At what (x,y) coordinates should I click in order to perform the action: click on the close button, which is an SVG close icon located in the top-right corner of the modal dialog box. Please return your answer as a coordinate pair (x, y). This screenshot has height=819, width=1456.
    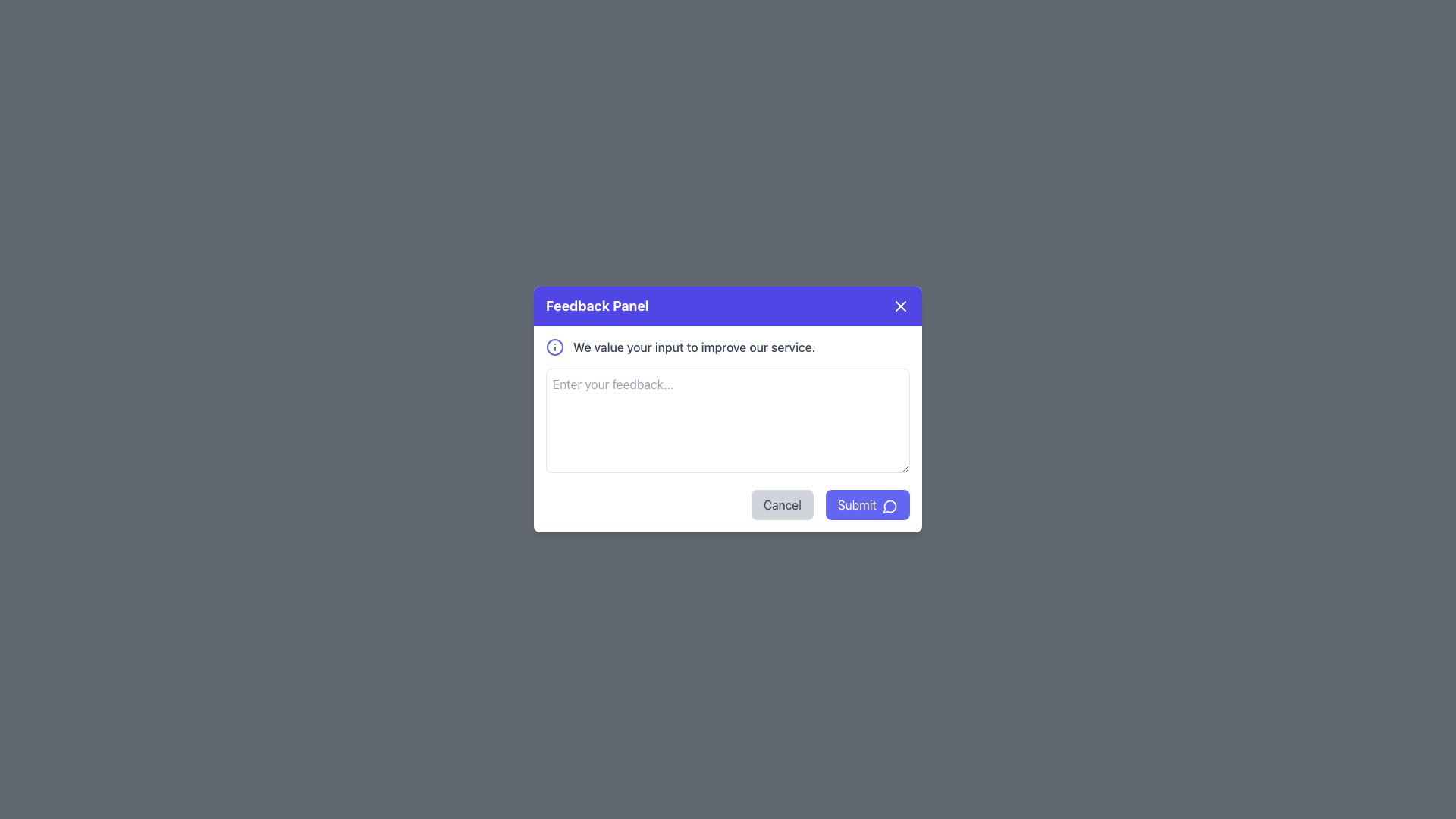
    Looking at the image, I should click on (901, 306).